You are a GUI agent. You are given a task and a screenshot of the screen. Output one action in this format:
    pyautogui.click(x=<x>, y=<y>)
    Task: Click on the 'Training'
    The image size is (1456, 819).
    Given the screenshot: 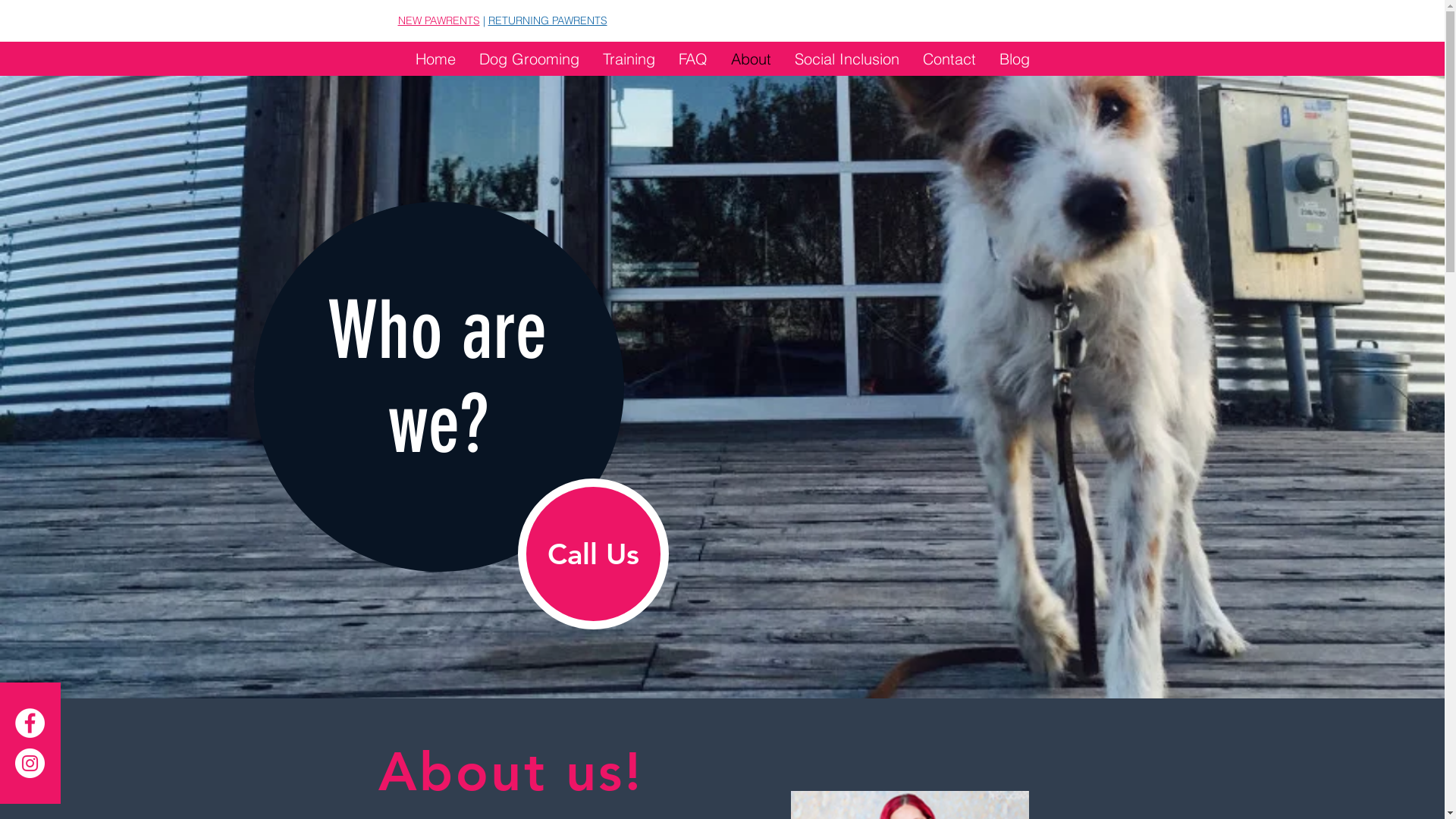 What is the action you would take?
    pyautogui.click(x=629, y=58)
    